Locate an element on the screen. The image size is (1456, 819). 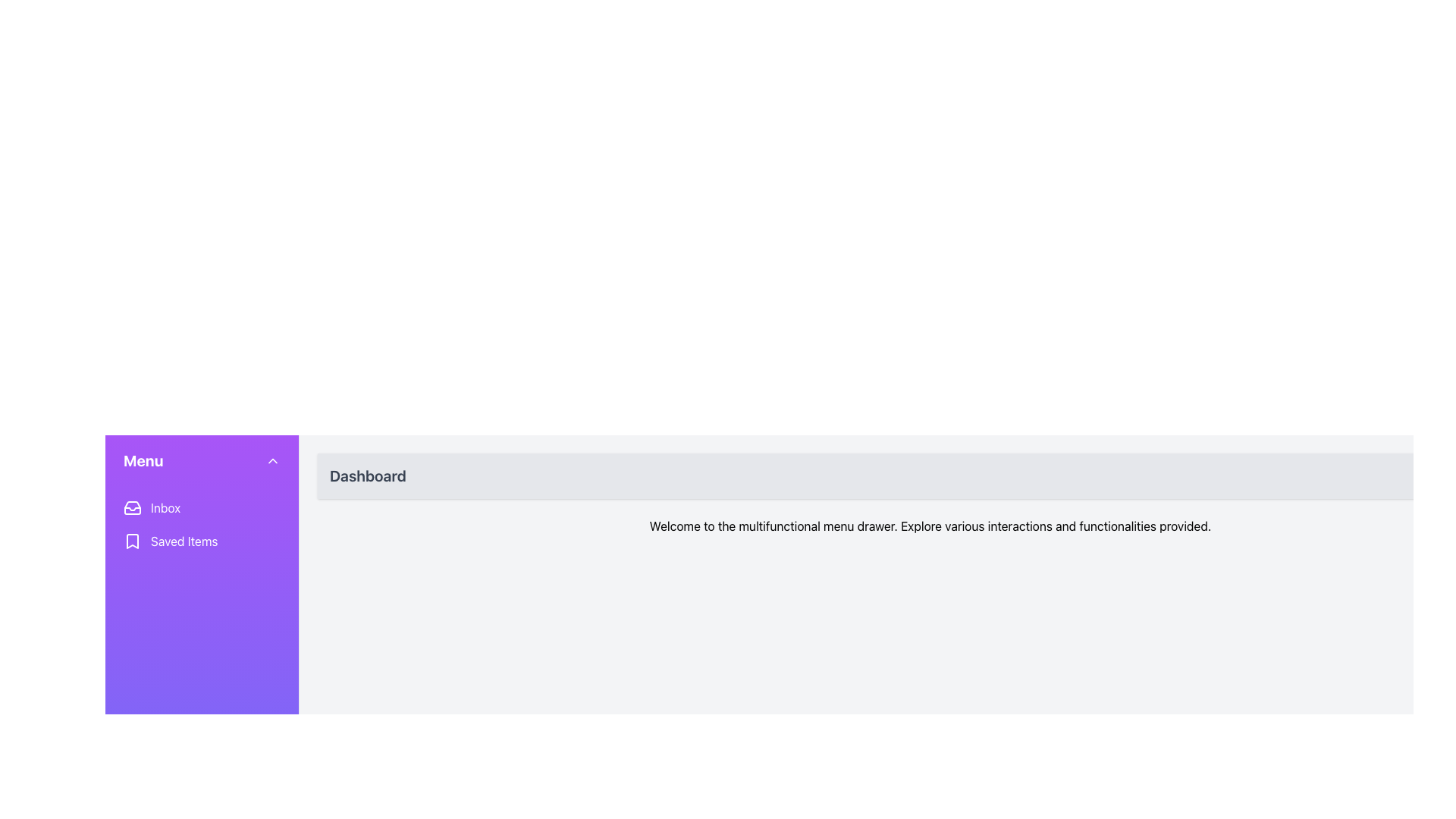
the 'Inbox' text label, which is styled in white on a purple background and indicates a navigation menu item, located in the side navigation menu is located at coordinates (165, 508).